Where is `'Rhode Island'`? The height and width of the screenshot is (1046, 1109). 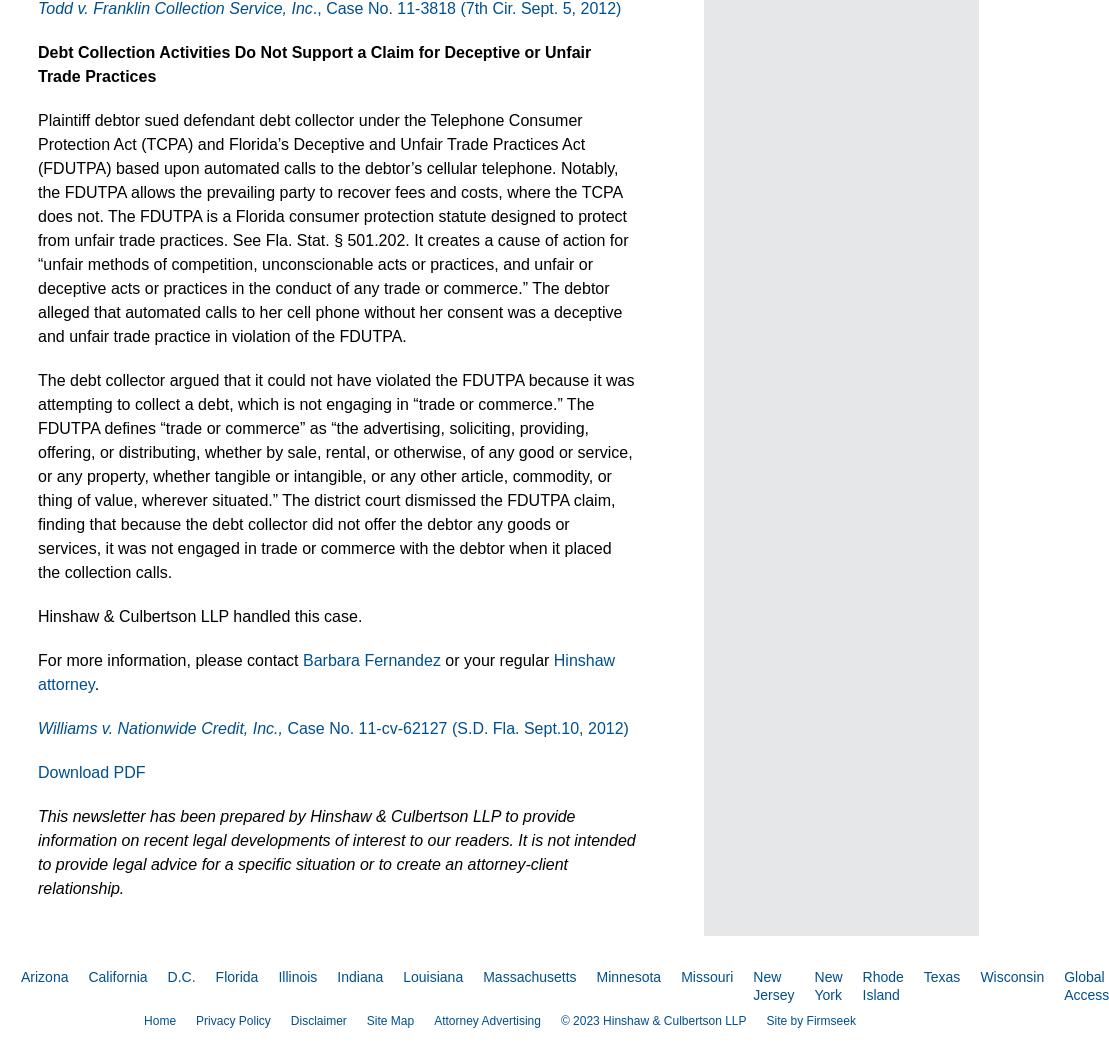
'Rhode Island' is located at coordinates (881, 984).